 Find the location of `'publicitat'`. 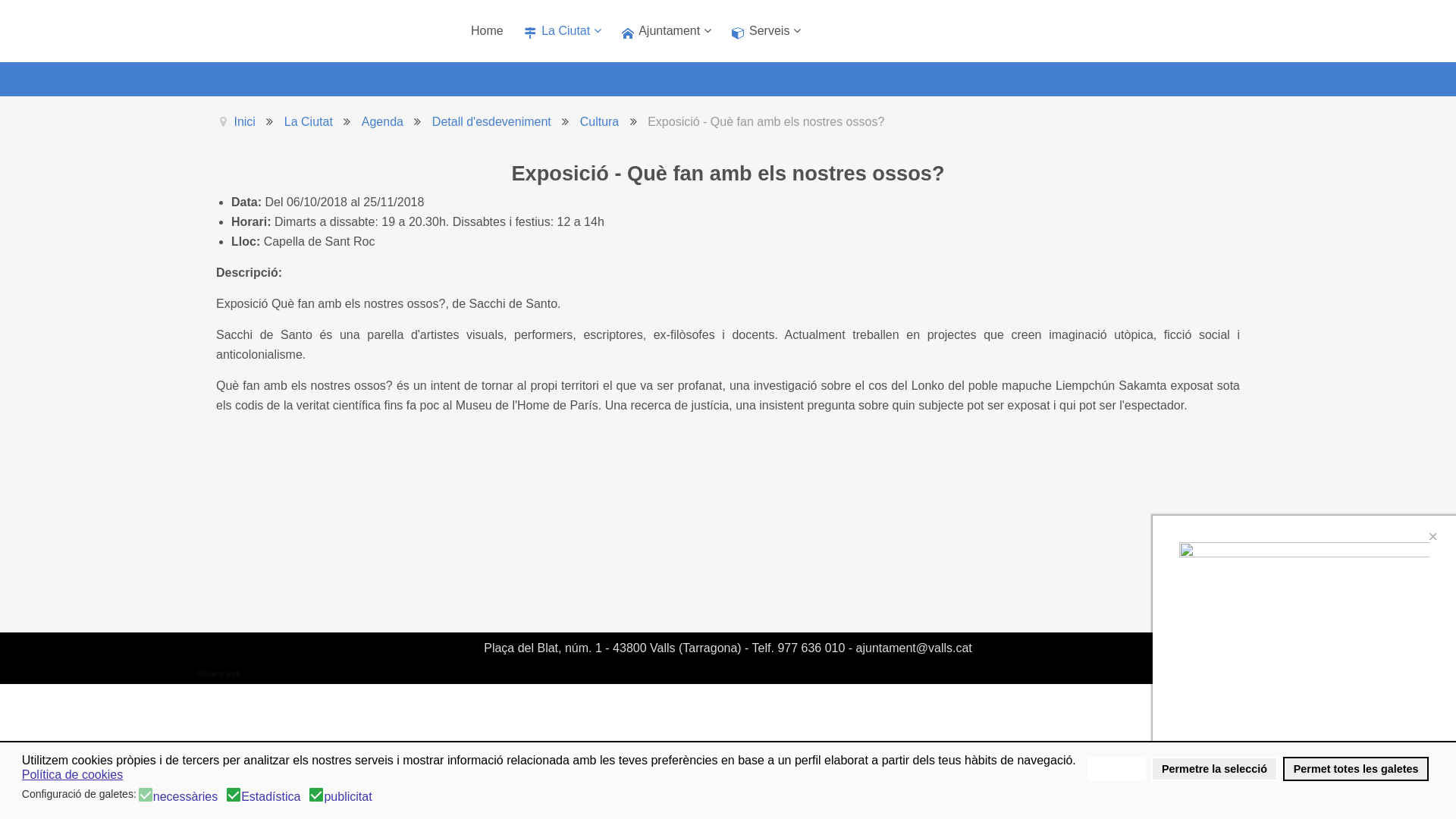

'publicitat' is located at coordinates (349, 795).